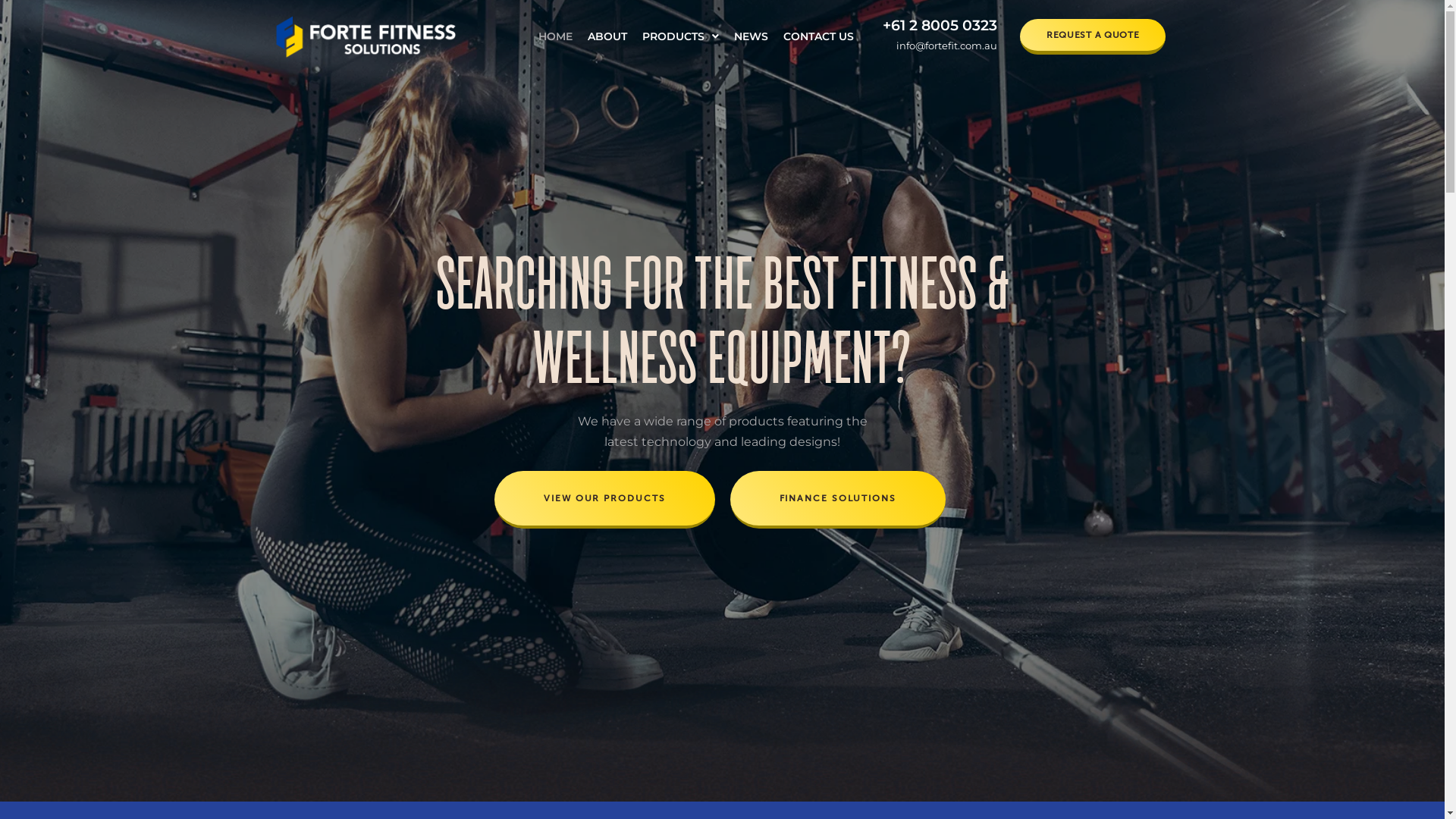  Describe the element at coordinates (946, 45) in the screenshot. I see `'info@fortefit.com.au'` at that location.